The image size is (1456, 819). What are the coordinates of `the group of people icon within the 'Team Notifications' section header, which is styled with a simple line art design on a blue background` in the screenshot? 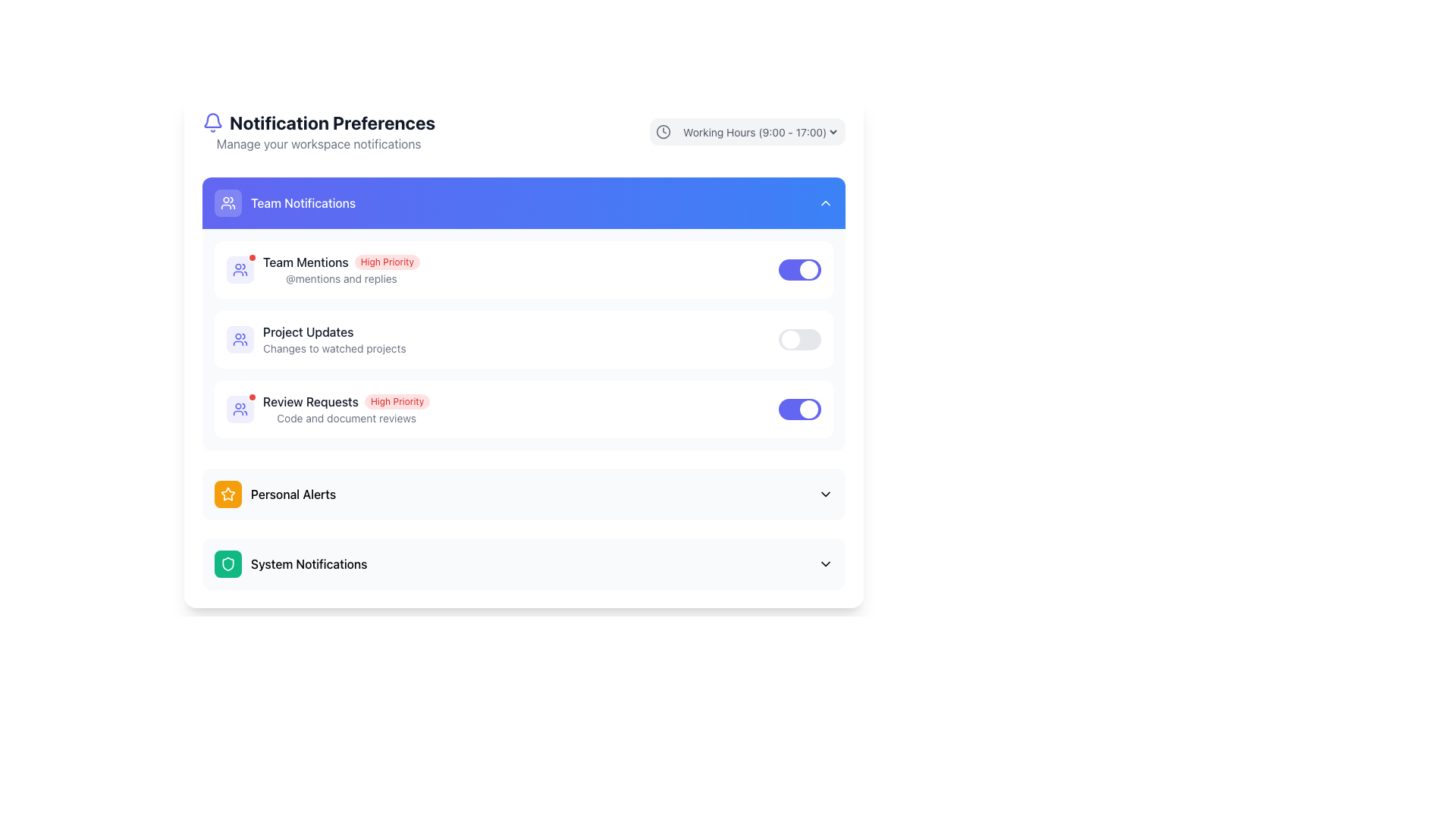 It's located at (227, 202).